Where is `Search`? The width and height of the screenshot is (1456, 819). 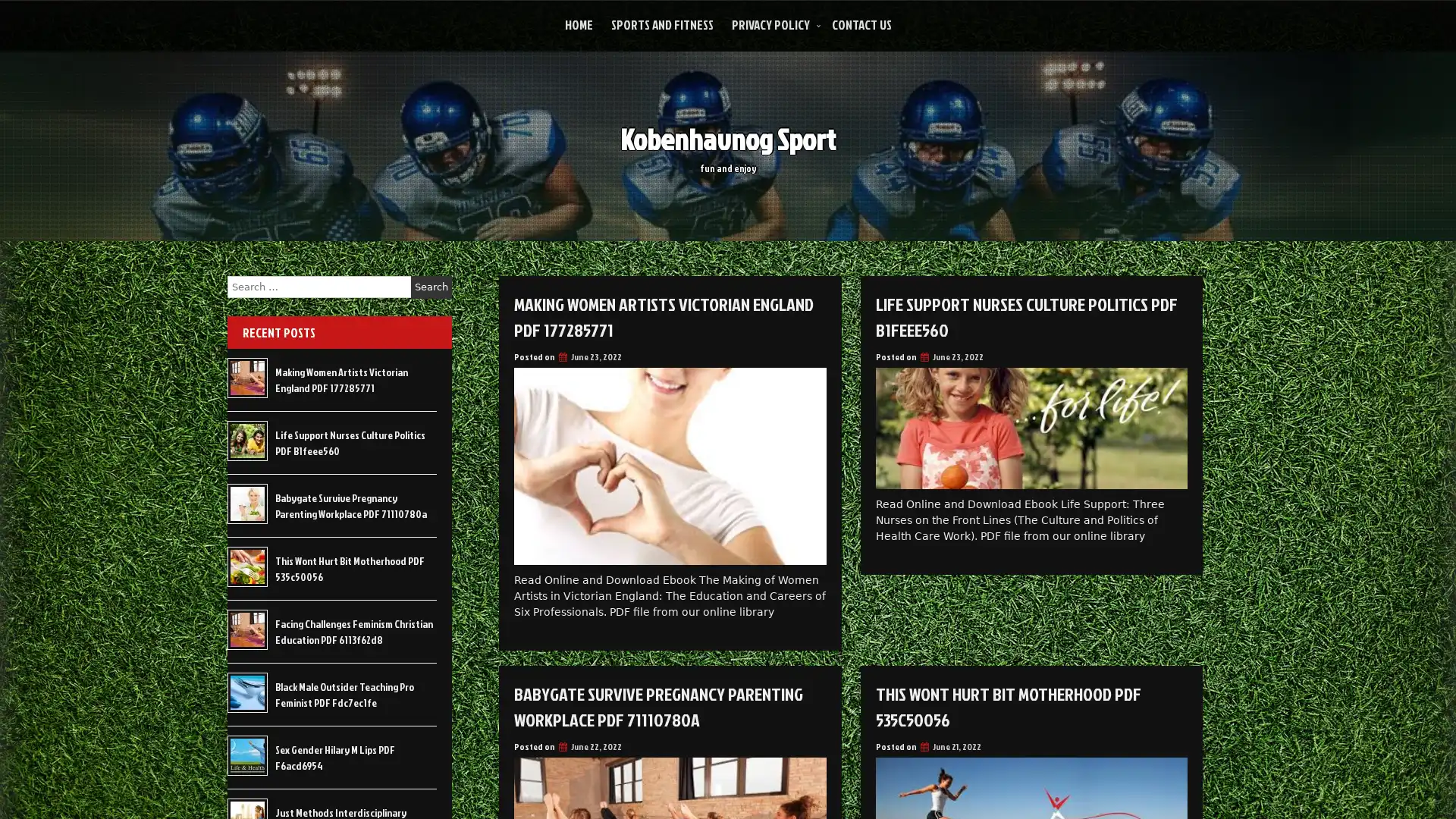 Search is located at coordinates (431, 287).